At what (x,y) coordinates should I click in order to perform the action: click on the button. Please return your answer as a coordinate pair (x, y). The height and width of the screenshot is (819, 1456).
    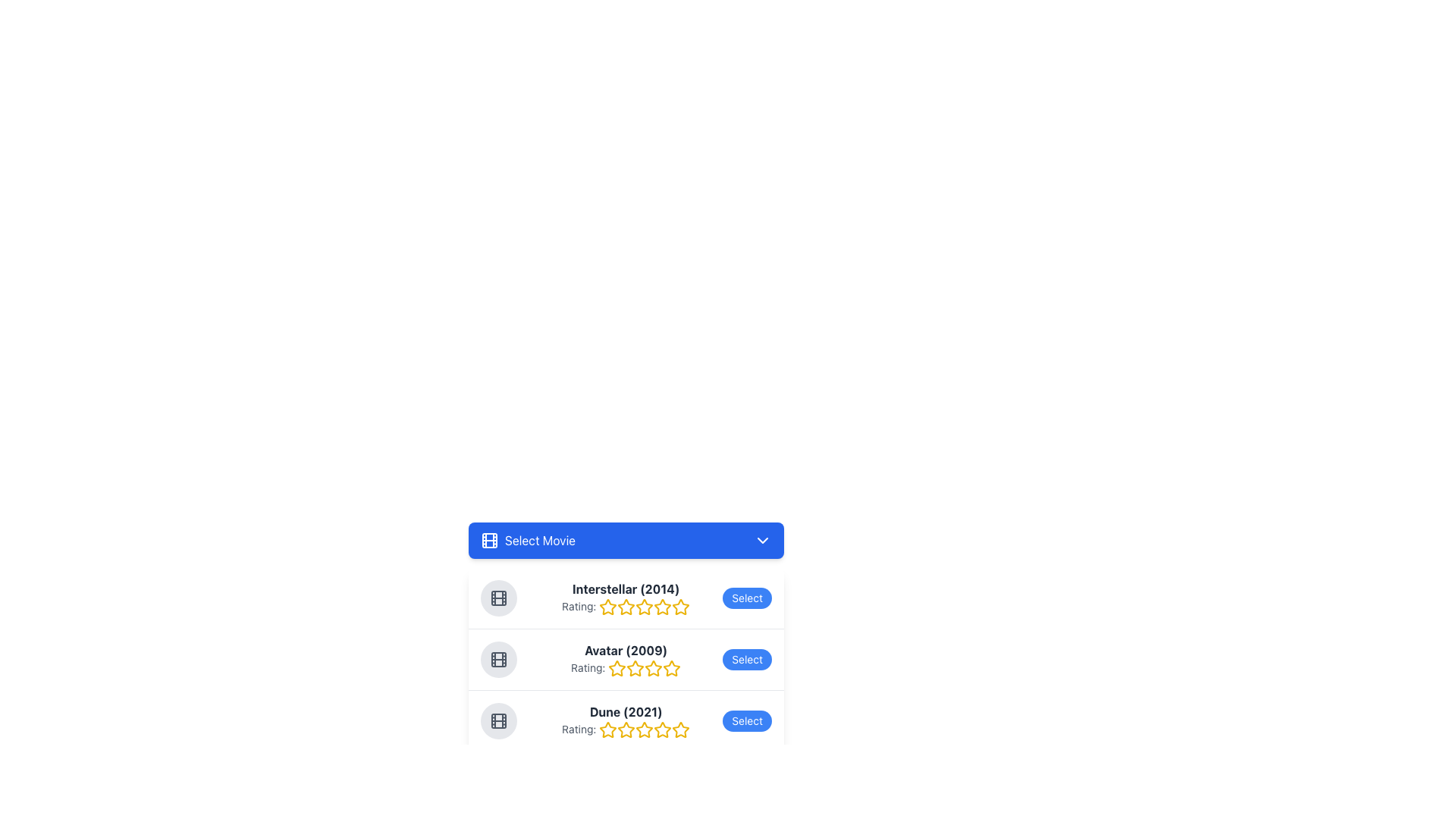
    Looking at the image, I should click on (747, 598).